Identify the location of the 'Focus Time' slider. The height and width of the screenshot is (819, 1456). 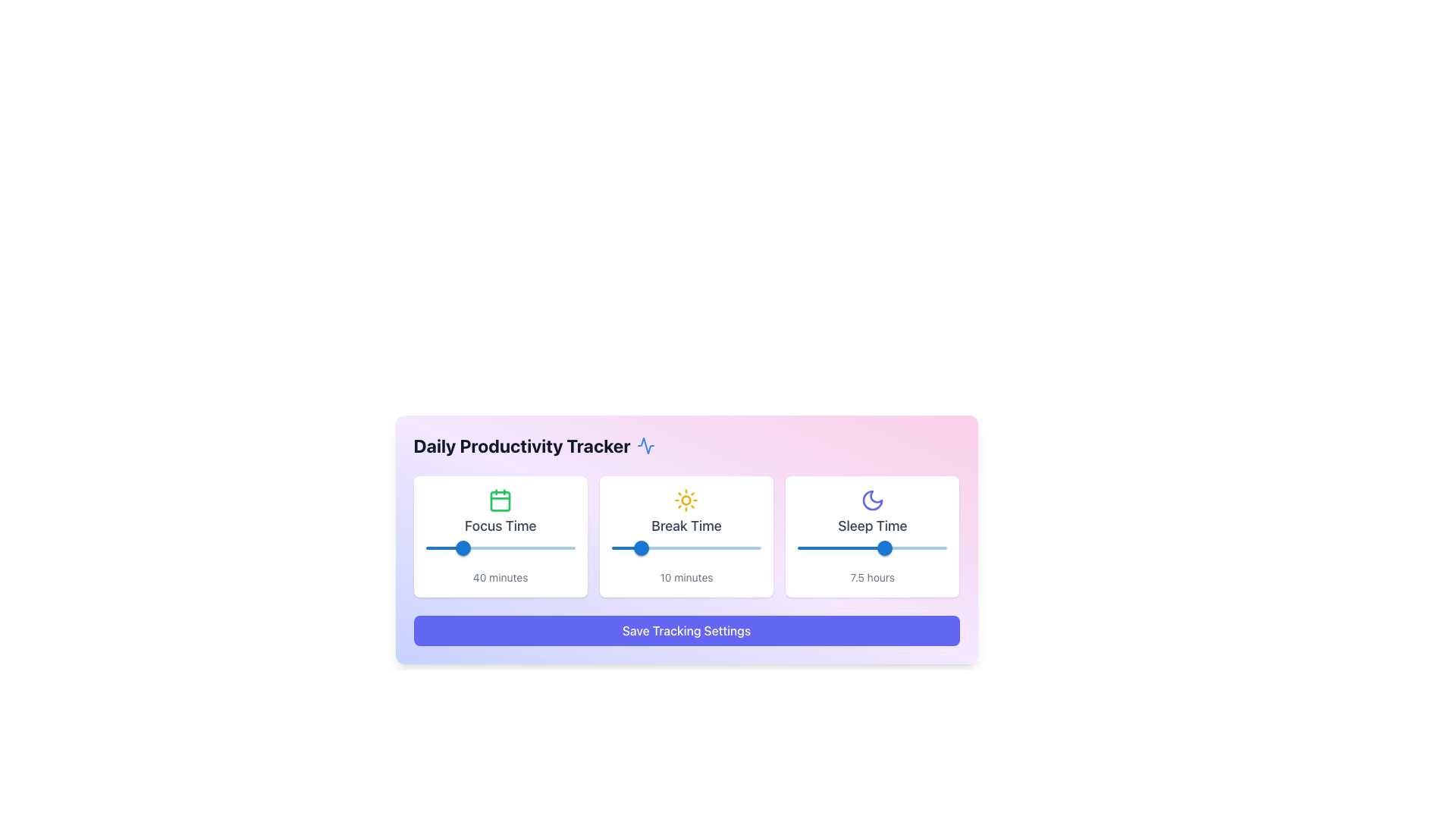
(415, 546).